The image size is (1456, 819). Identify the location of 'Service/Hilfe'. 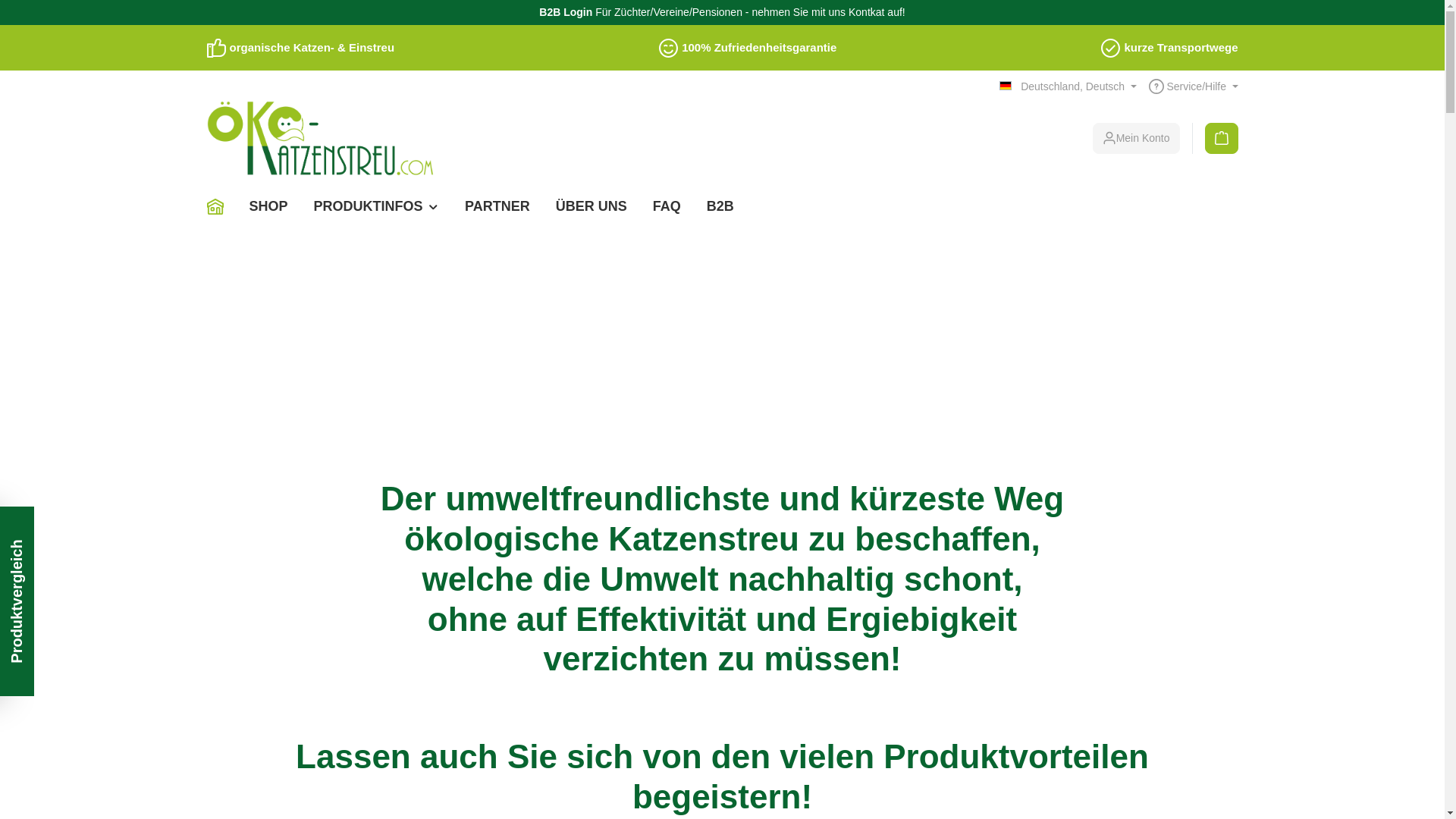
(1193, 86).